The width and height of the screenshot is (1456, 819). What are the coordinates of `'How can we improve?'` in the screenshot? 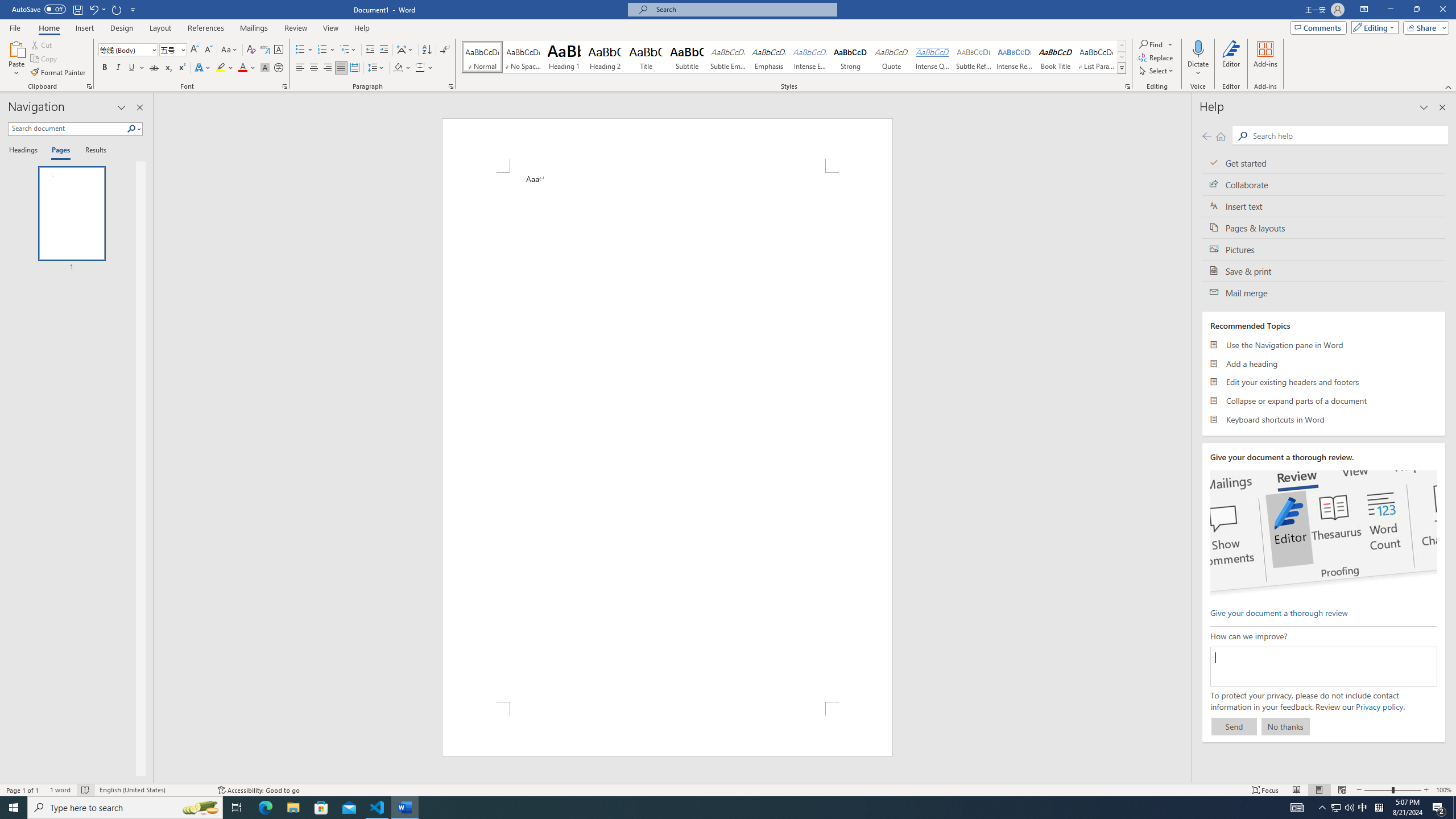 It's located at (1323, 666).